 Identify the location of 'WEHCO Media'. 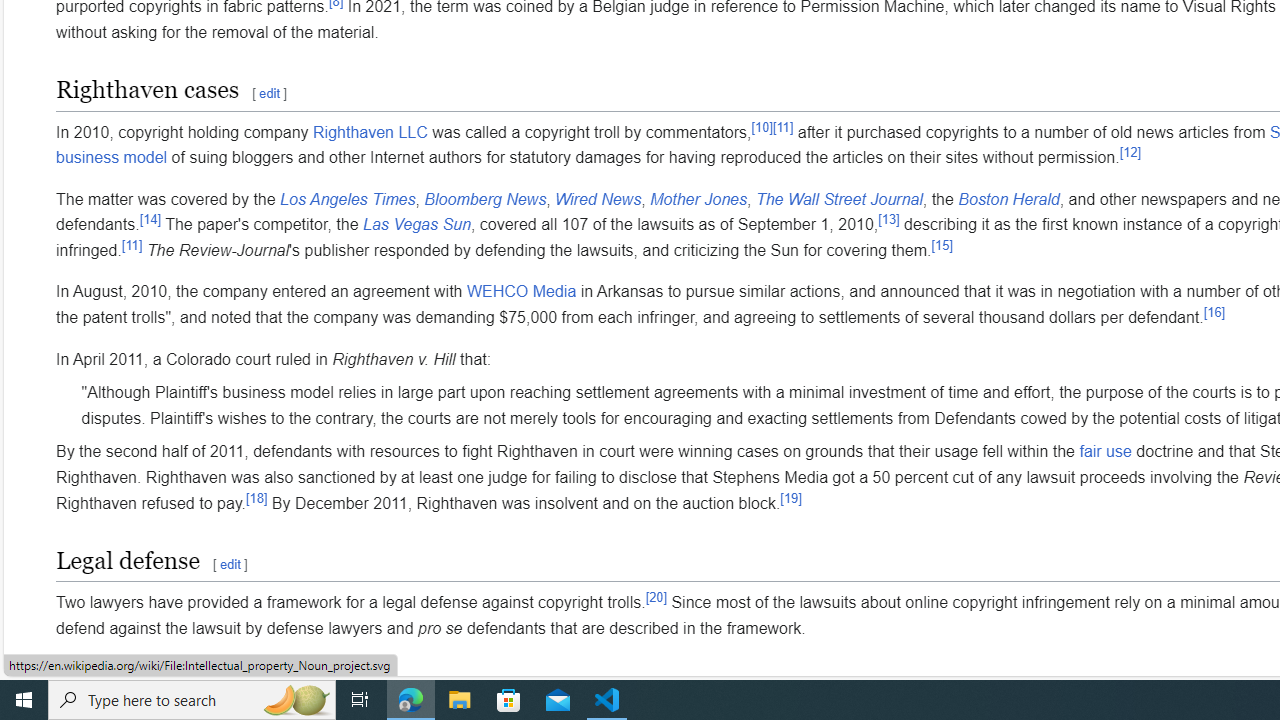
(521, 291).